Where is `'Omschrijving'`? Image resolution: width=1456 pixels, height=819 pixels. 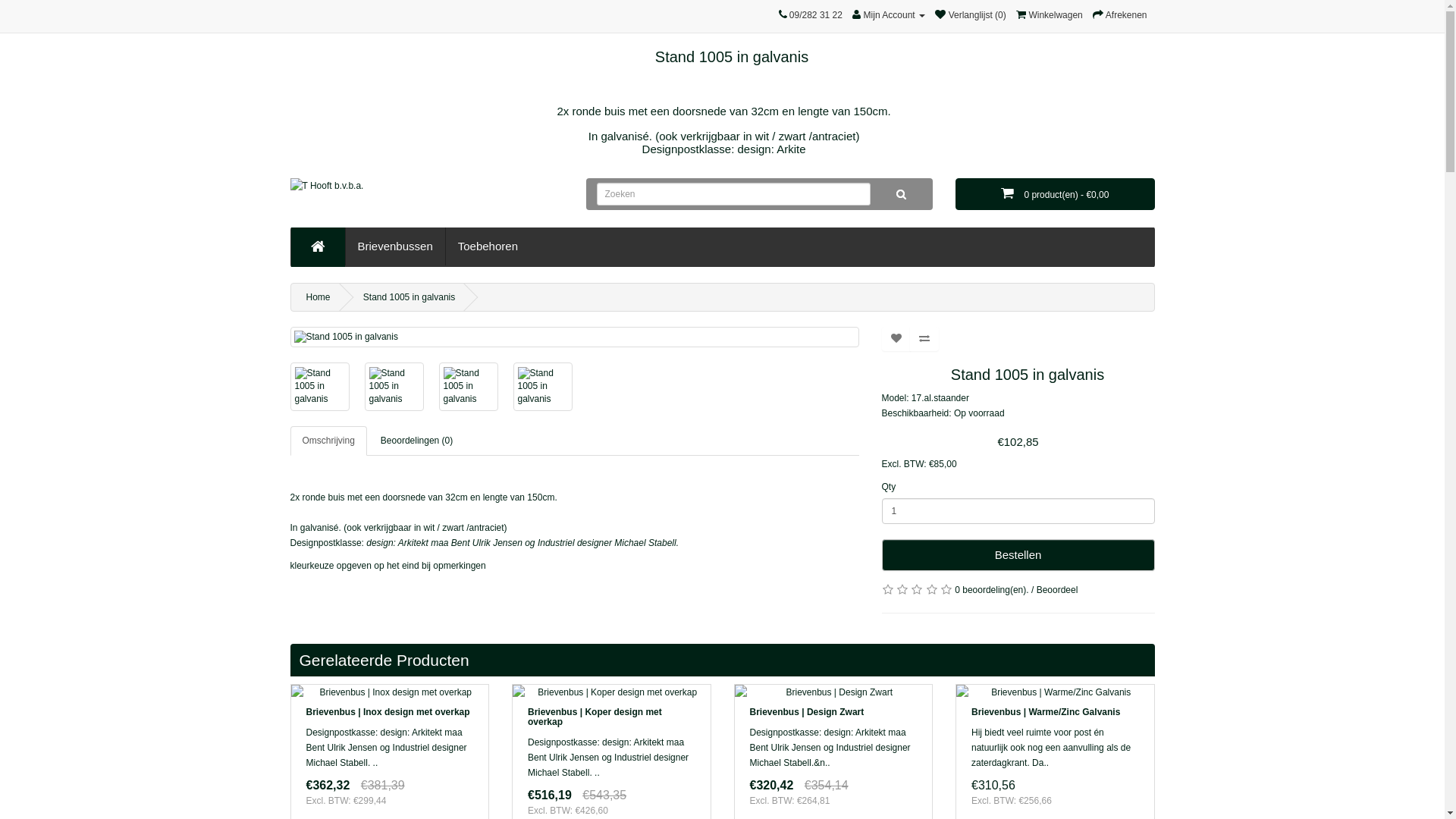 'Omschrijving' is located at coordinates (327, 441).